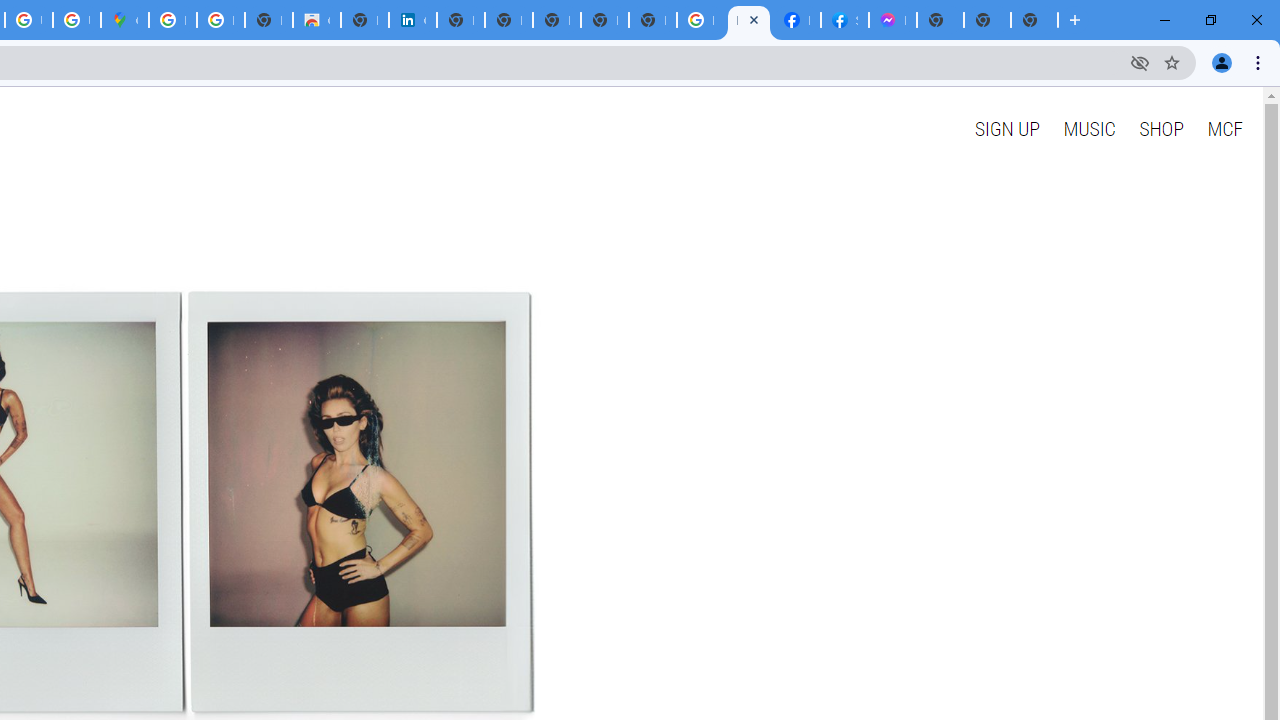 Image resolution: width=1280 pixels, height=720 pixels. I want to click on 'Messenger', so click(891, 20).